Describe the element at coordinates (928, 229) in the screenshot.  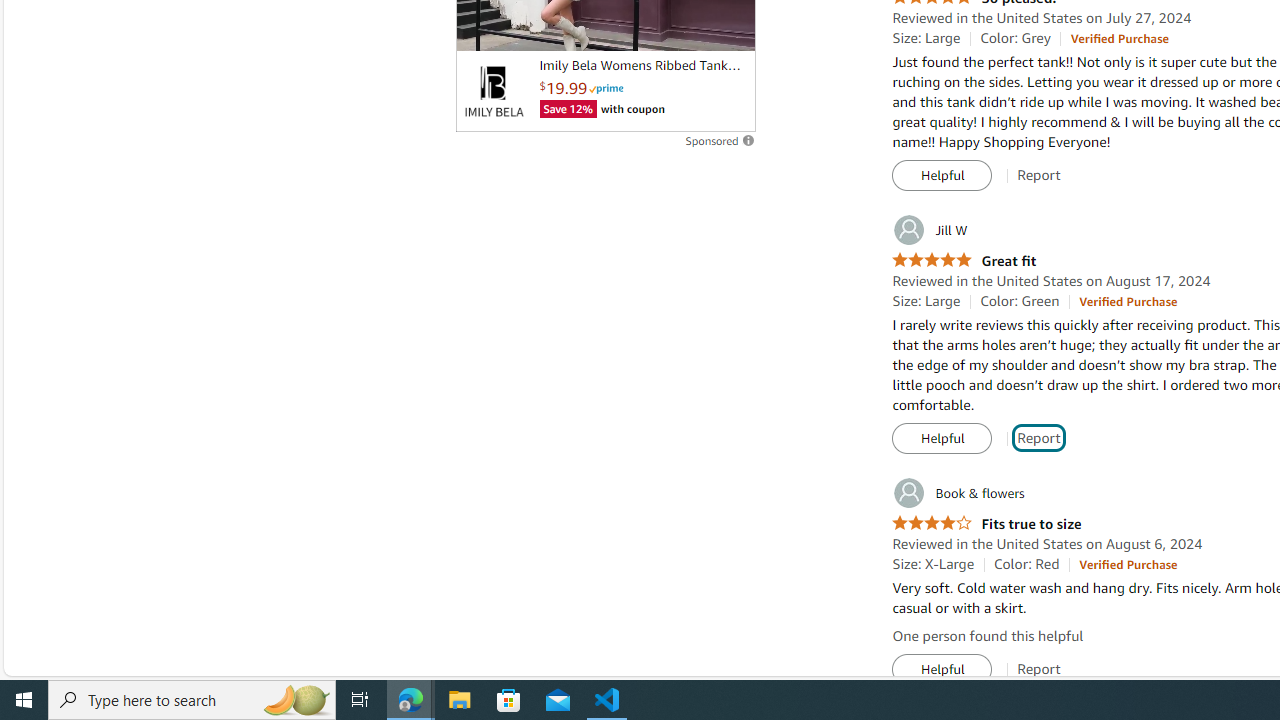
I see `'Jill W'` at that location.